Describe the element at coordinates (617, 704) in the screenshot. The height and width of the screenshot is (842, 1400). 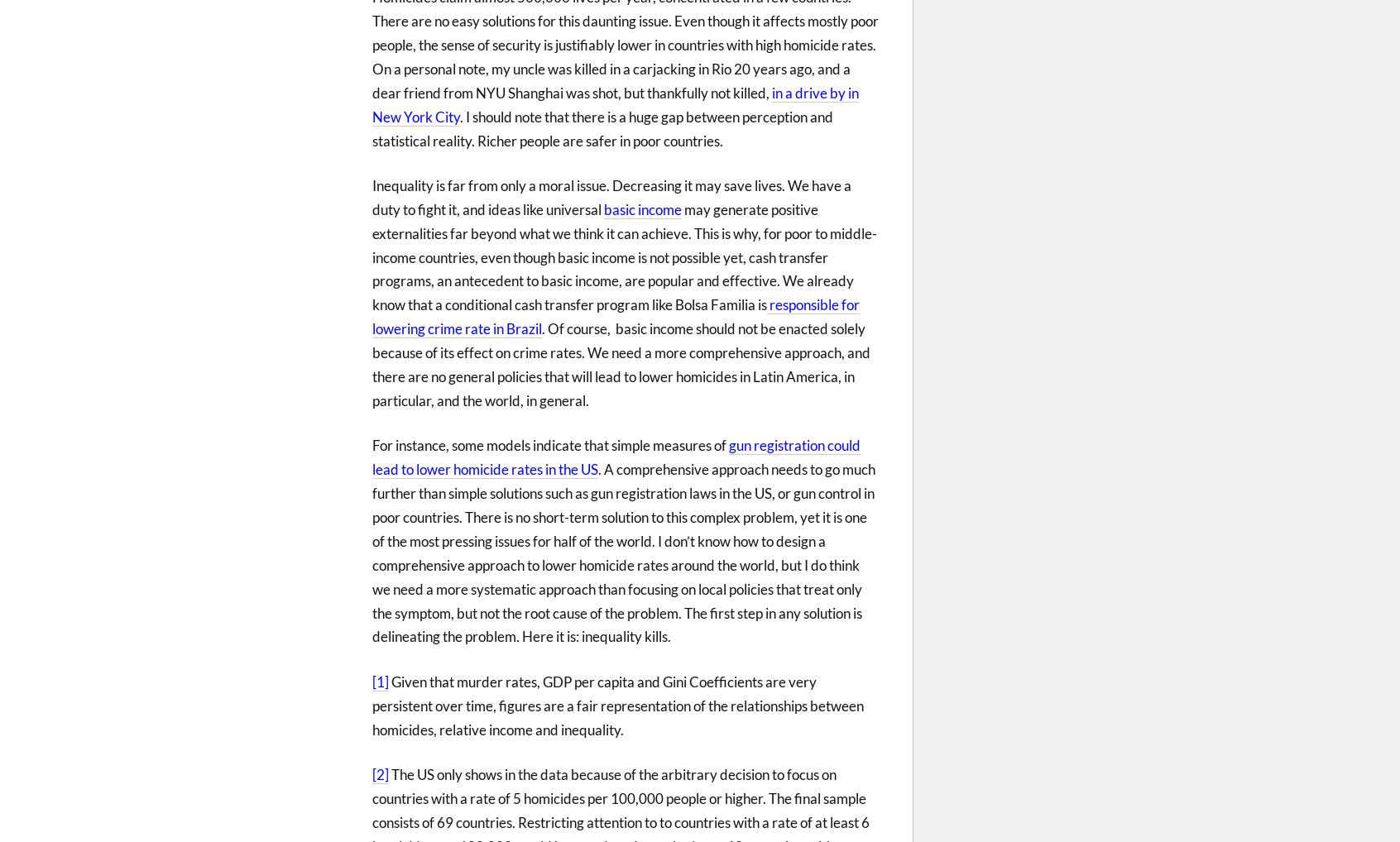
I see `'Given that murder rates, GDP per capita and Gini Coefficients are very persistent over time, figures are a fair representation of the relationships between homicides, relative income and inequality.'` at that location.